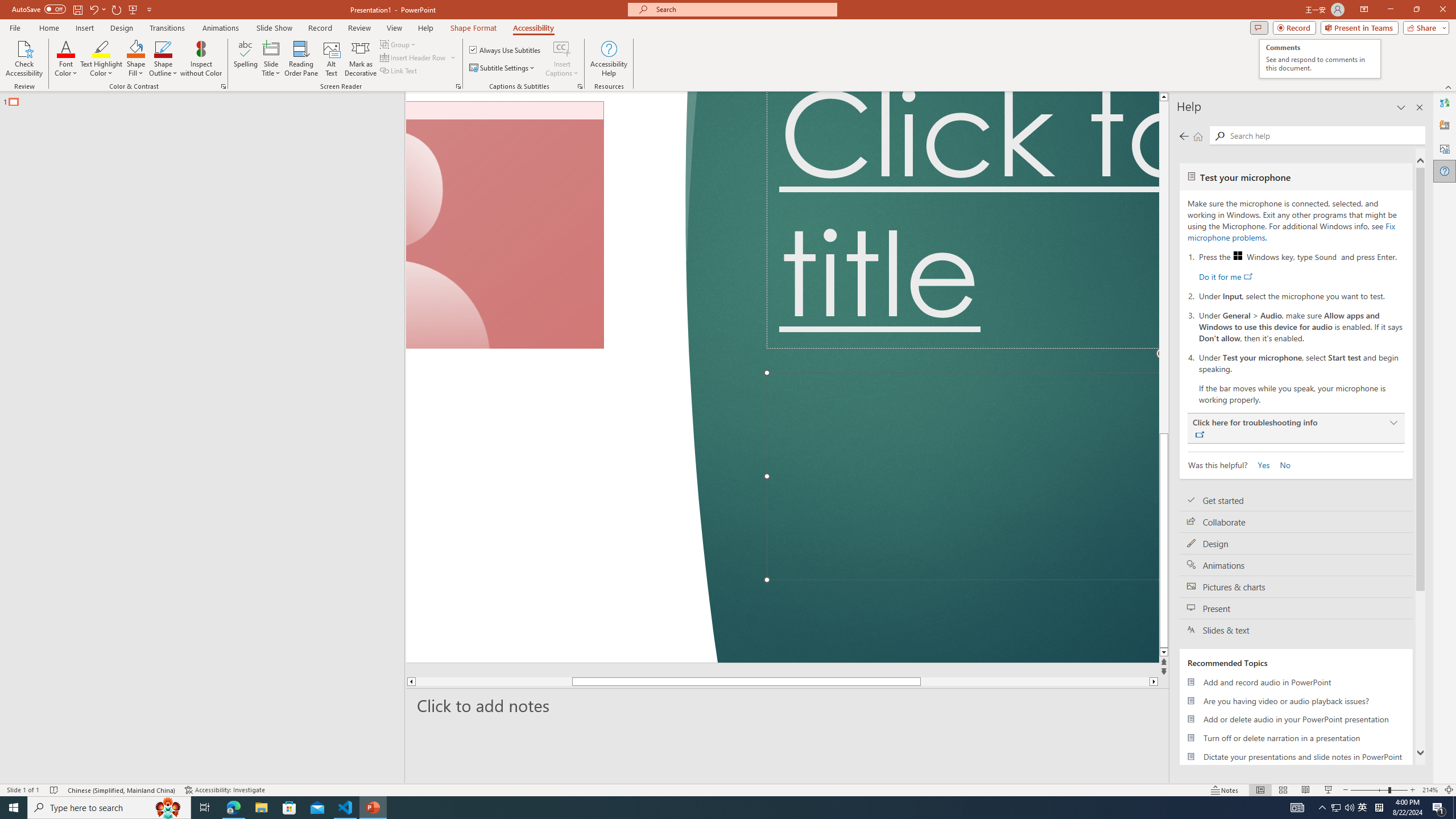  What do you see at coordinates (1296, 681) in the screenshot?
I see `'Add and record audio in PowerPoint'` at bounding box center [1296, 681].